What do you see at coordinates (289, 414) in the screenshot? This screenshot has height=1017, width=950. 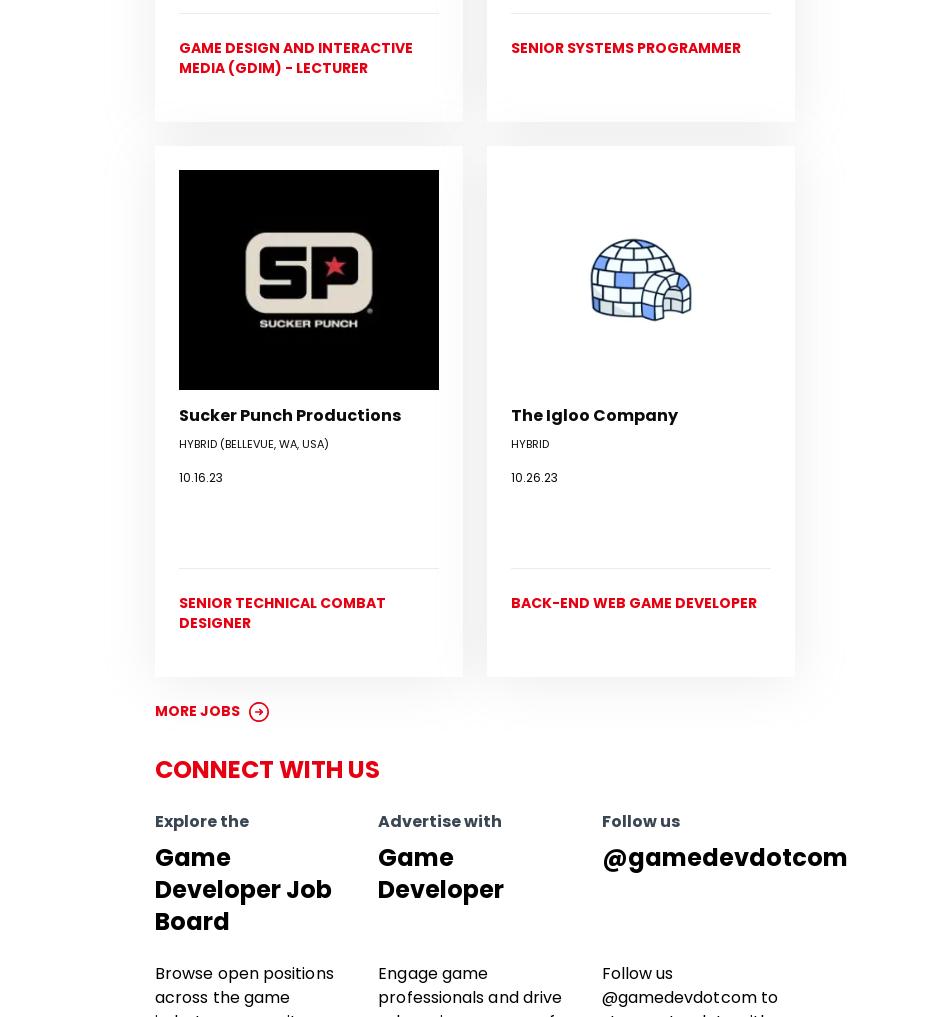 I see `'Sucker Punch Productions'` at bounding box center [289, 414].